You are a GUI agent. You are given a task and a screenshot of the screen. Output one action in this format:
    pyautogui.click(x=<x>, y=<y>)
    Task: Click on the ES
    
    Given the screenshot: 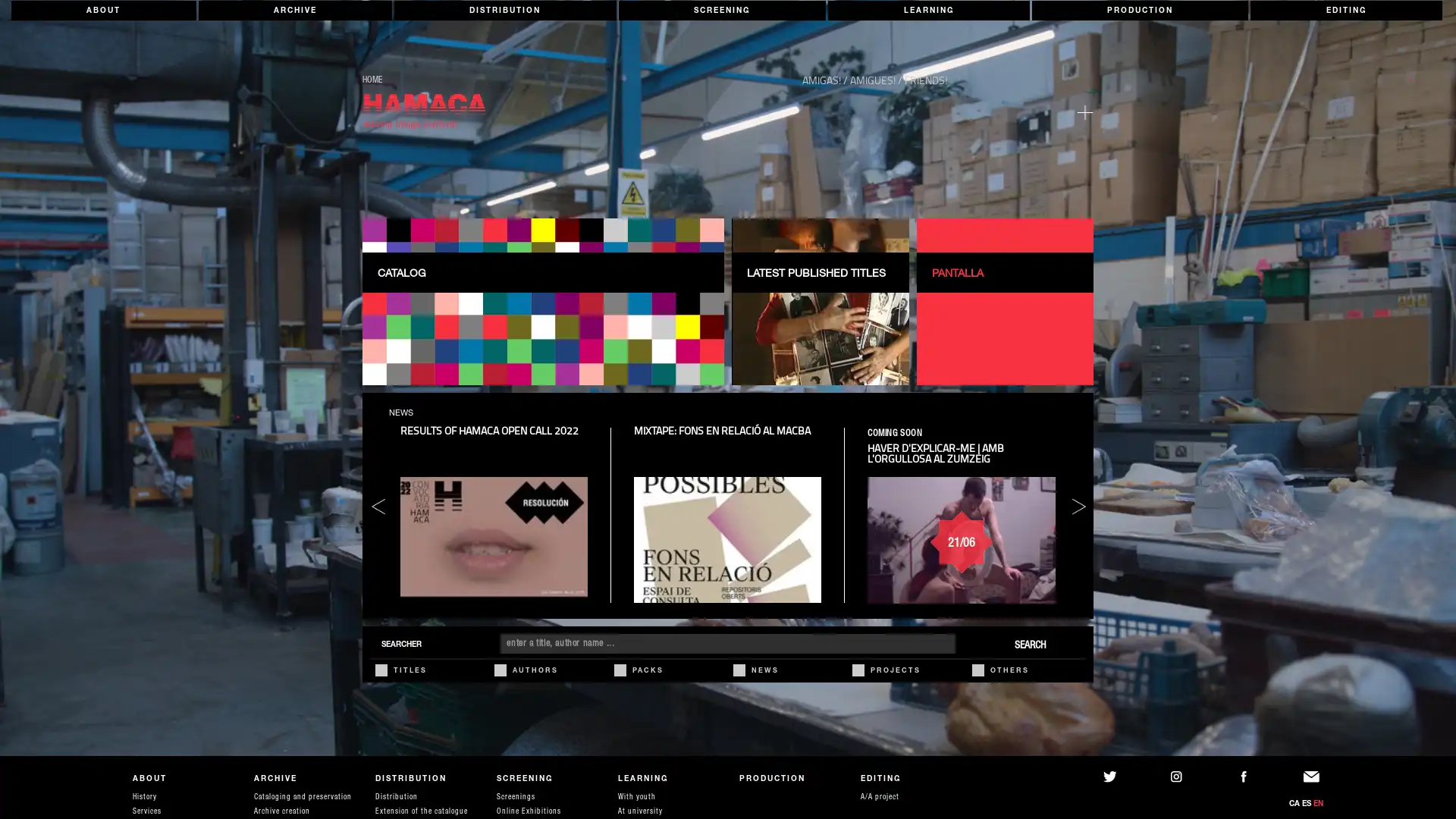 What is the action you would take?
    pyautogui.click(x=1305, y=803)
    